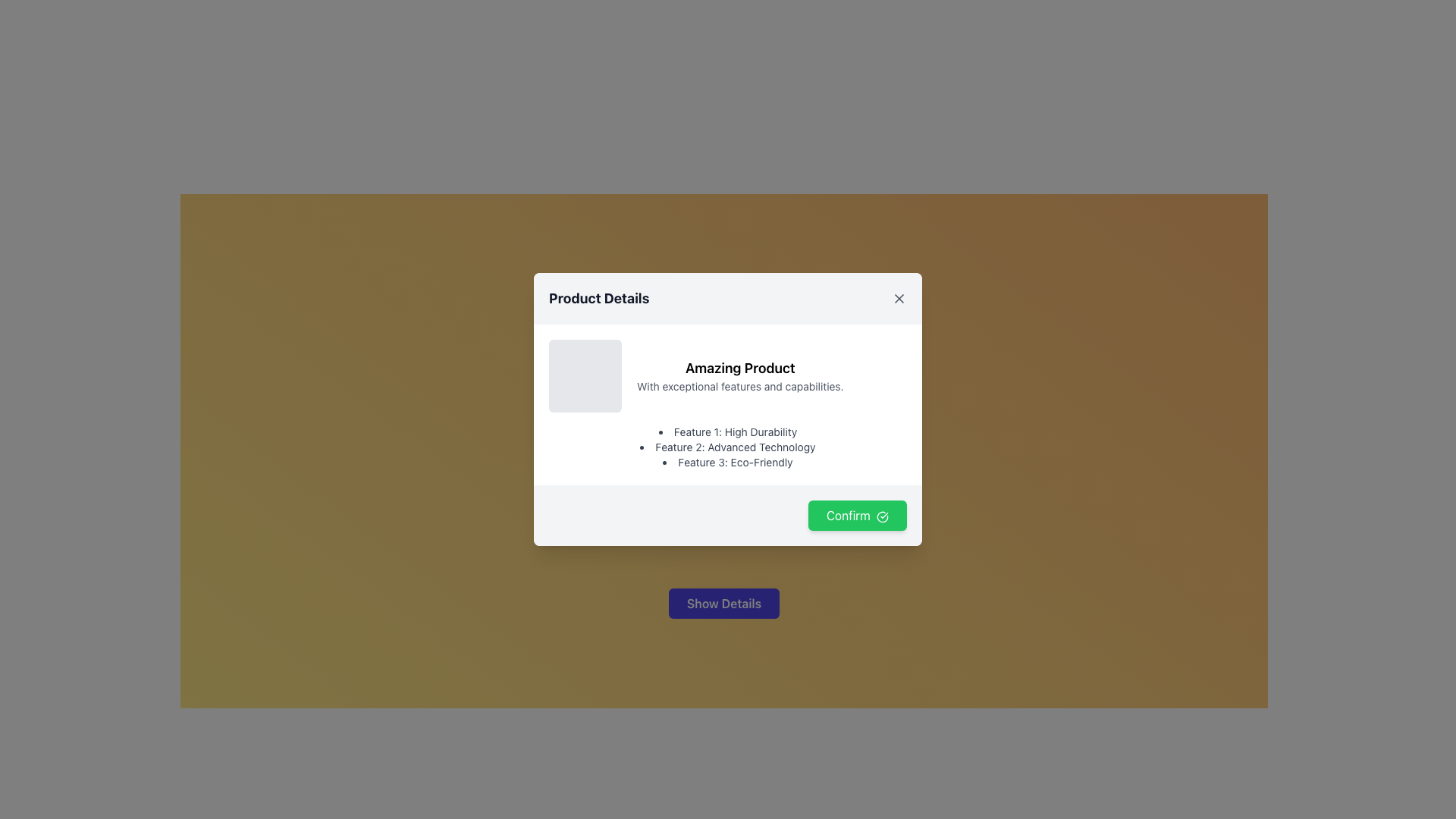 The image size is (1456, 819). Describe the element at coordinates (598, 298) in the screenshot. I see `header text 'Product Details' located on the left side of the popup modal to understand the context` at that location.